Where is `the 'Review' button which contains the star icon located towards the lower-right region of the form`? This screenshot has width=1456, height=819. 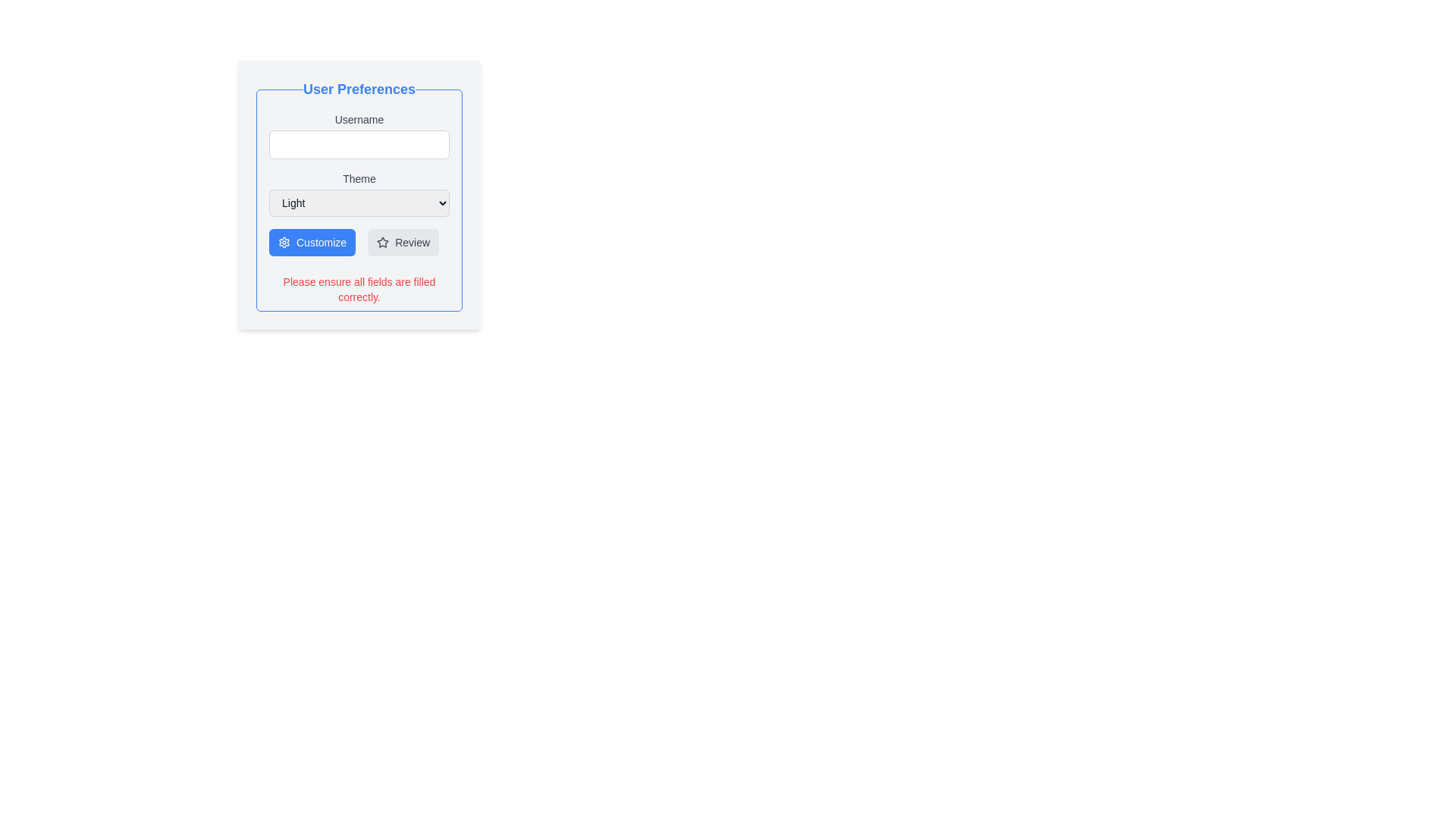 the 'Review' button which contains the star icon located towards the lower-right region of the form is located at coordinates (383, 242).